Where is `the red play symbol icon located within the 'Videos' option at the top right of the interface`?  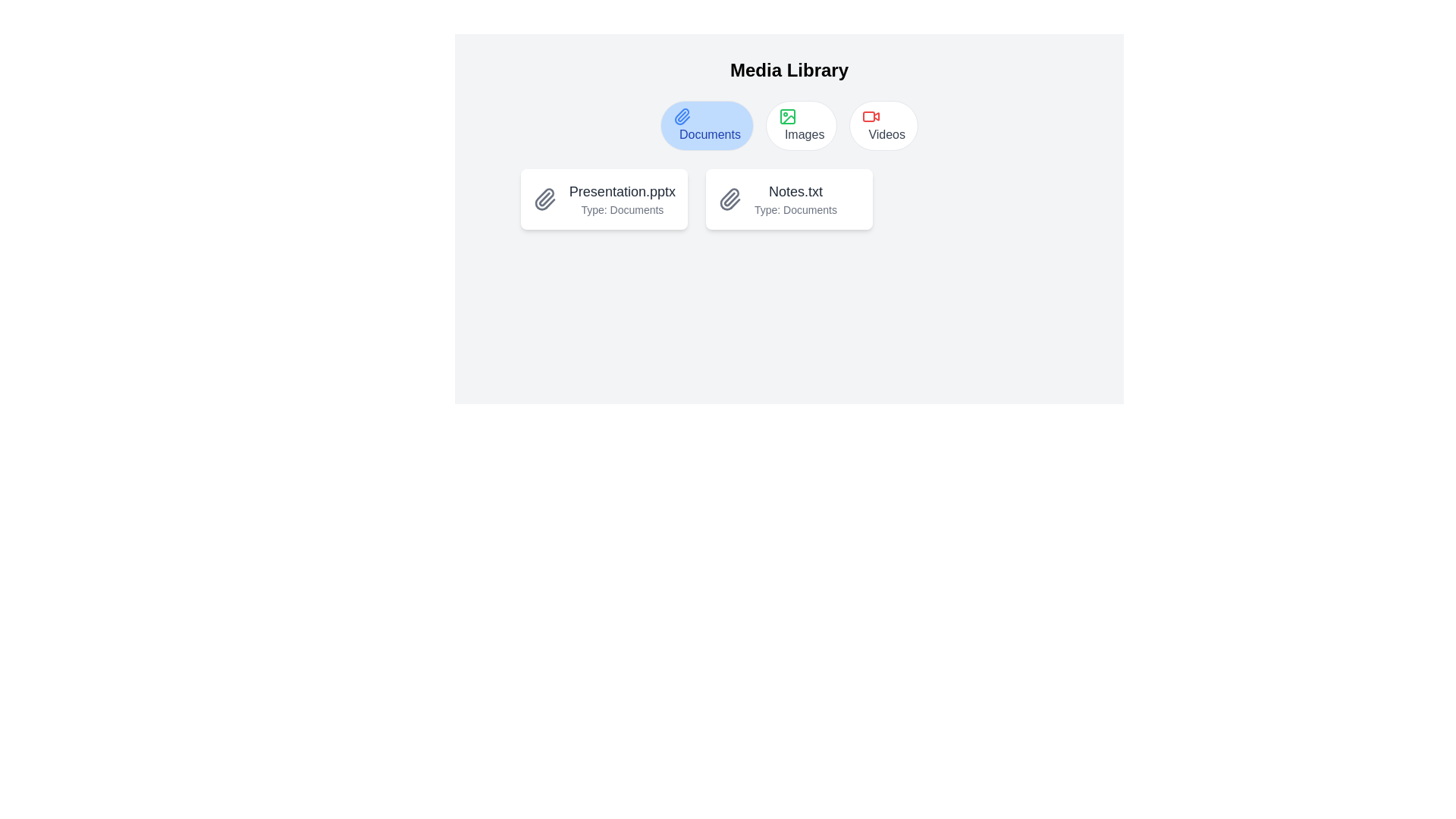 the red play symbol icon located within the 'Videos' option at the top right of the interface is located at coordinates (877, 116).